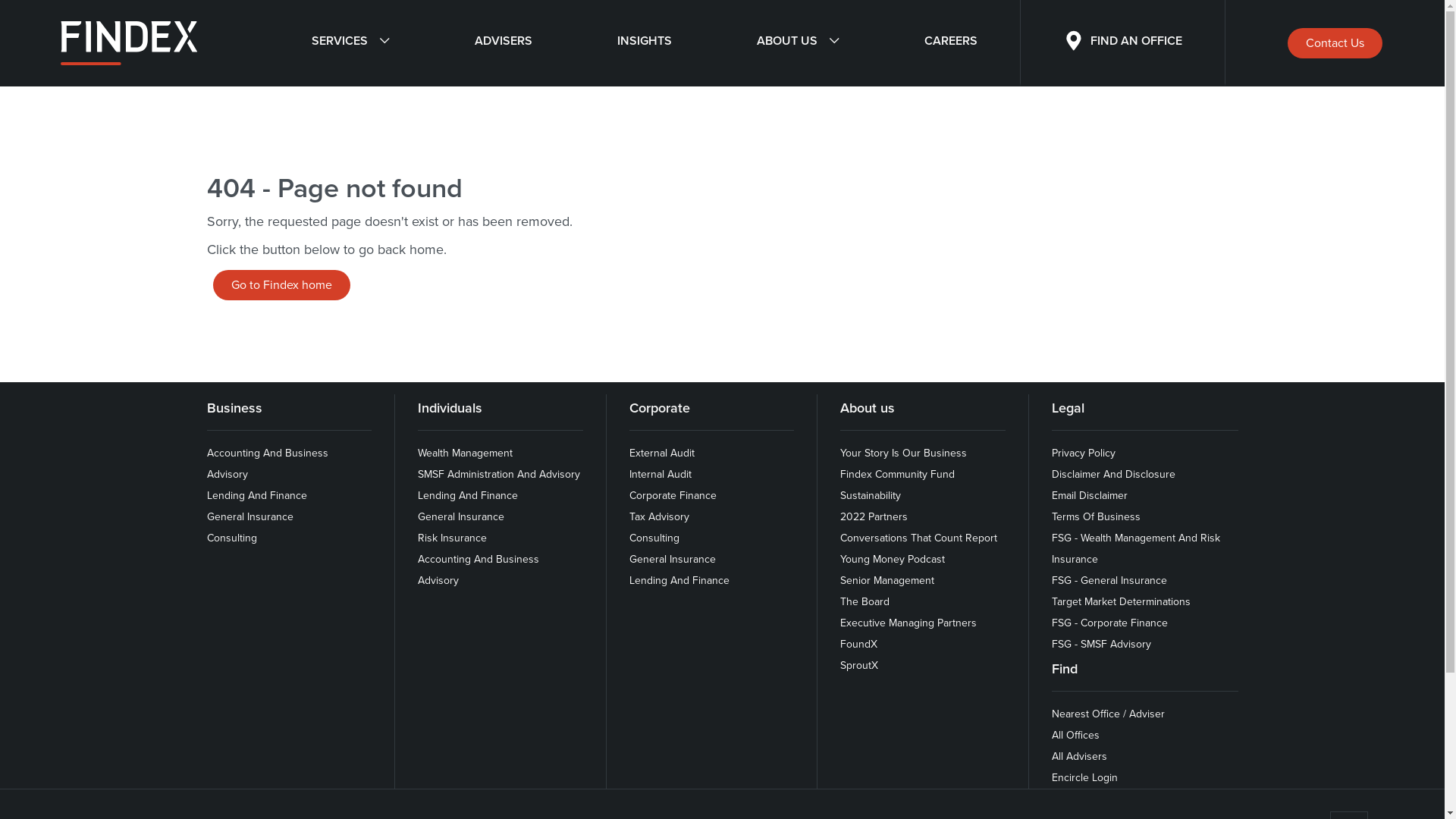 The height and width of the screenshot is (819, 1456). Describe the element at coordinates (1051, 548) in the screenshot. I see `'FSG - Wealth Management And Risk Insurance'` at that location.